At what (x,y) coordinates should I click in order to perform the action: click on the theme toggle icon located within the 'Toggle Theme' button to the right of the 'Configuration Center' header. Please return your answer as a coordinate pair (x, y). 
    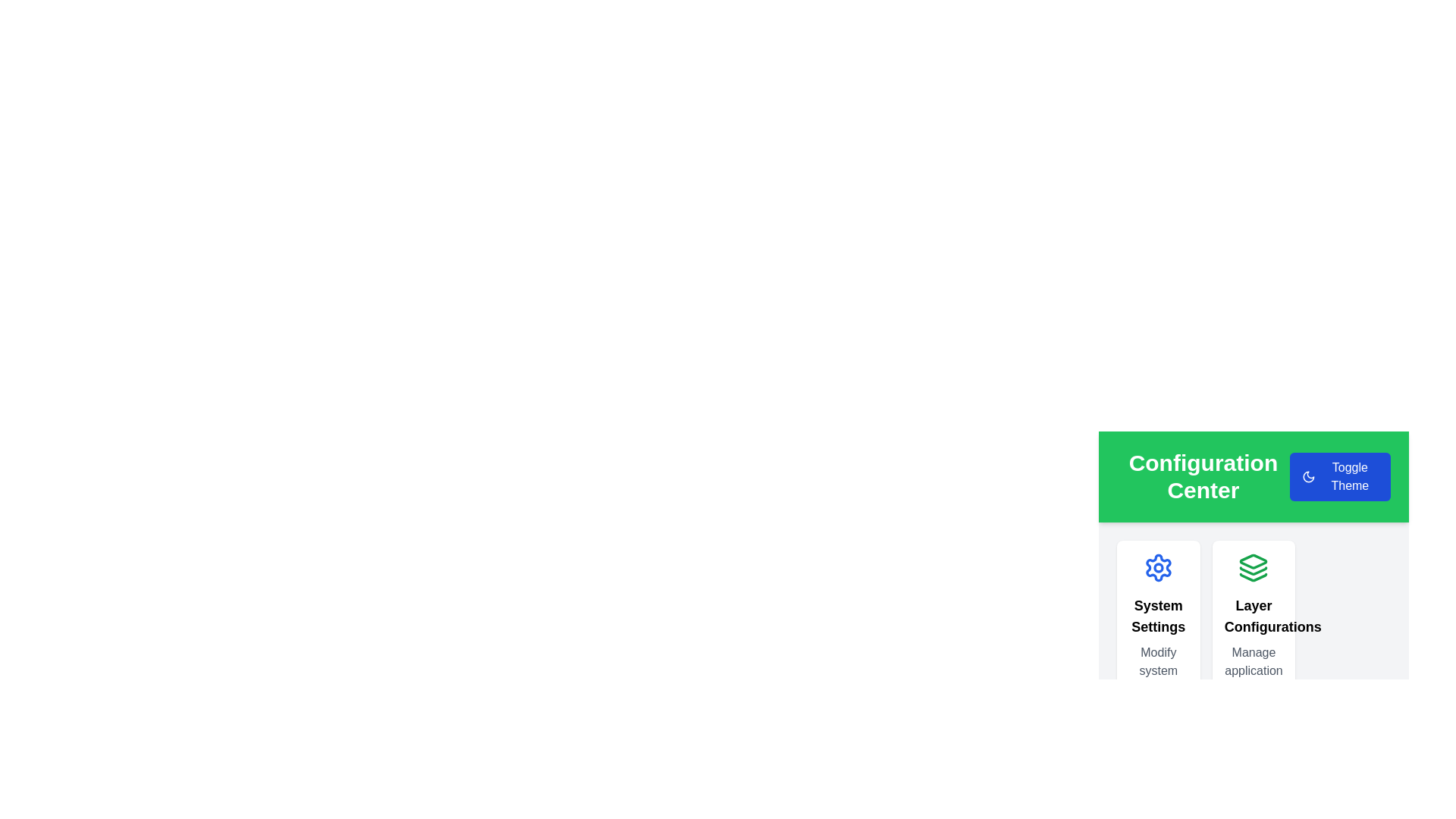
    Looking at the image, I should click on (1307, 475).